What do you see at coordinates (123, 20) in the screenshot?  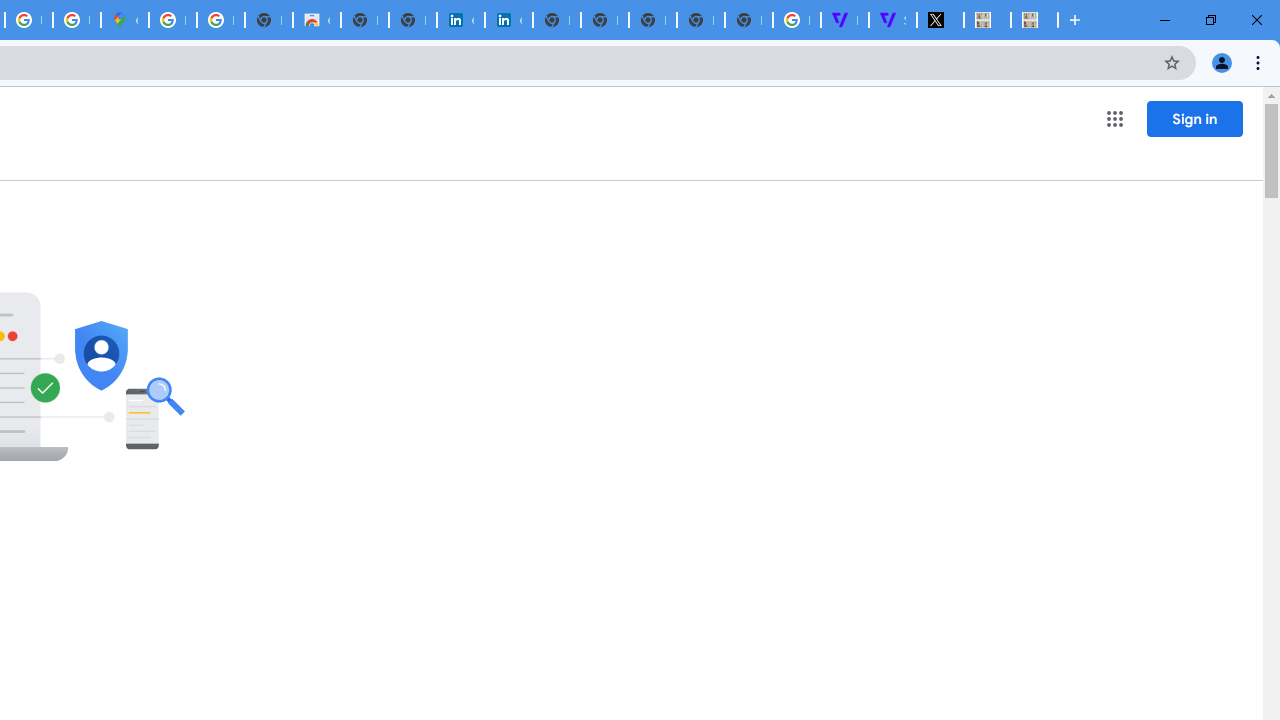 I see `'Google Maps'` at bounding box center [123, 20].